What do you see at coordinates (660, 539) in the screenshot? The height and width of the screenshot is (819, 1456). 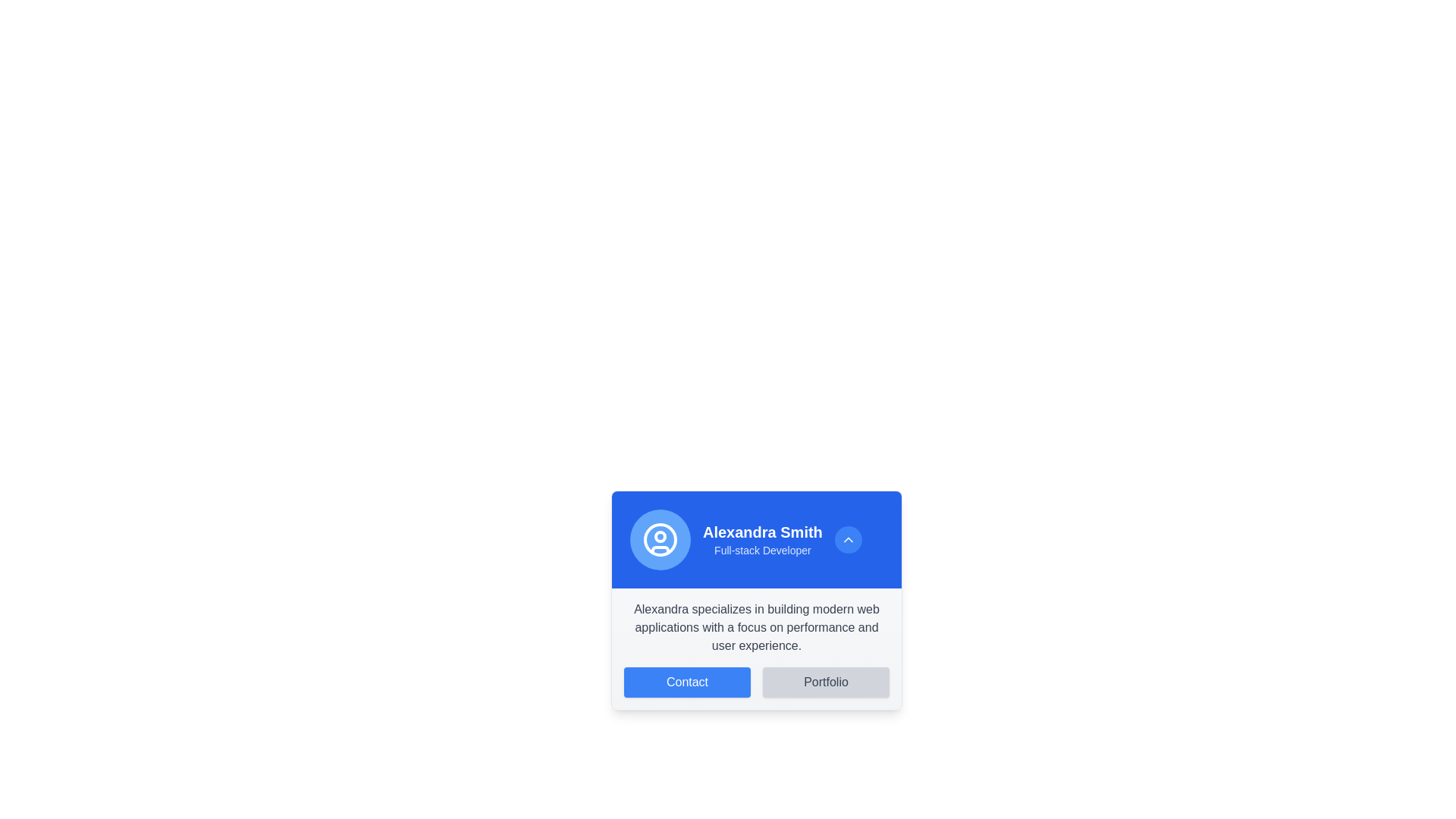 I see `the Profile Icon, which is a circular icon with a user profile outline in white on a blue background, located at the top-left of its card-like UI component` at bounding box center [660, 539].